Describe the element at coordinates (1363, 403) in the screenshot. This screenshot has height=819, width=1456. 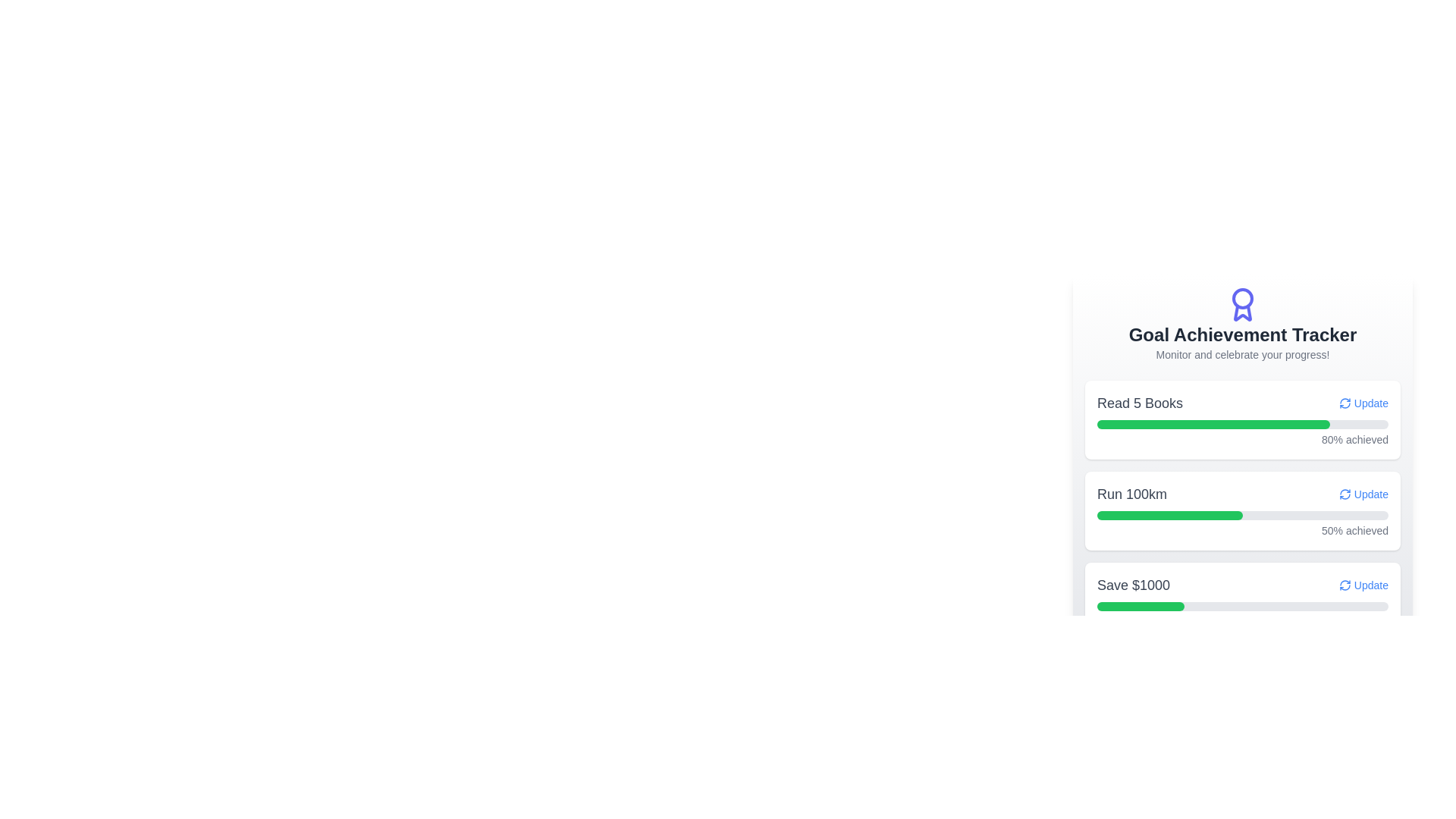
I see `the action button with an icon and text located to the right of 'Read 5 Books'` at that location.